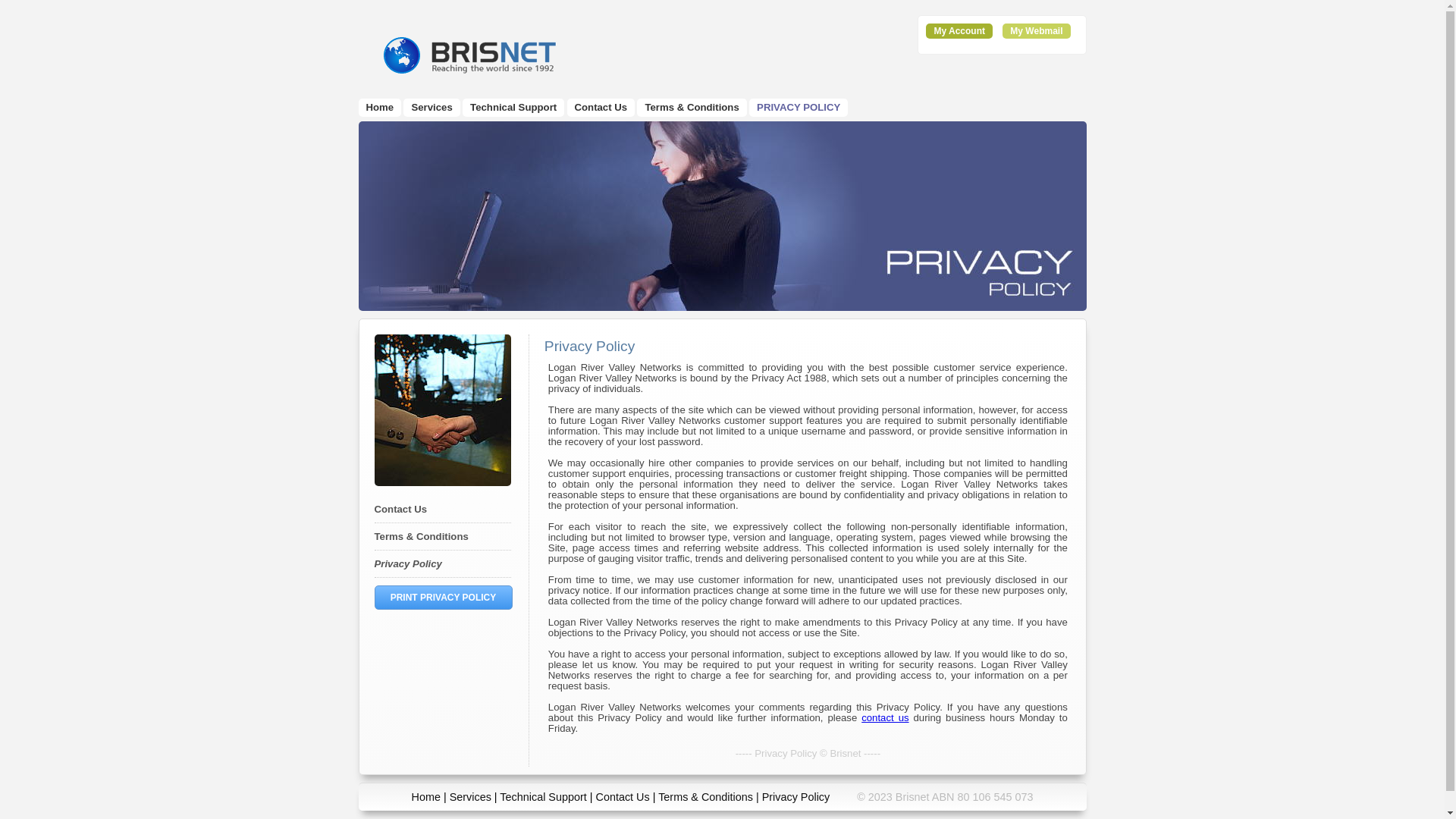 Image resolution: width=1456 pixels, height=819 pixels. Describe the element at coordinates (425, 795) in the screenshot. I see `'Home'` at that location.